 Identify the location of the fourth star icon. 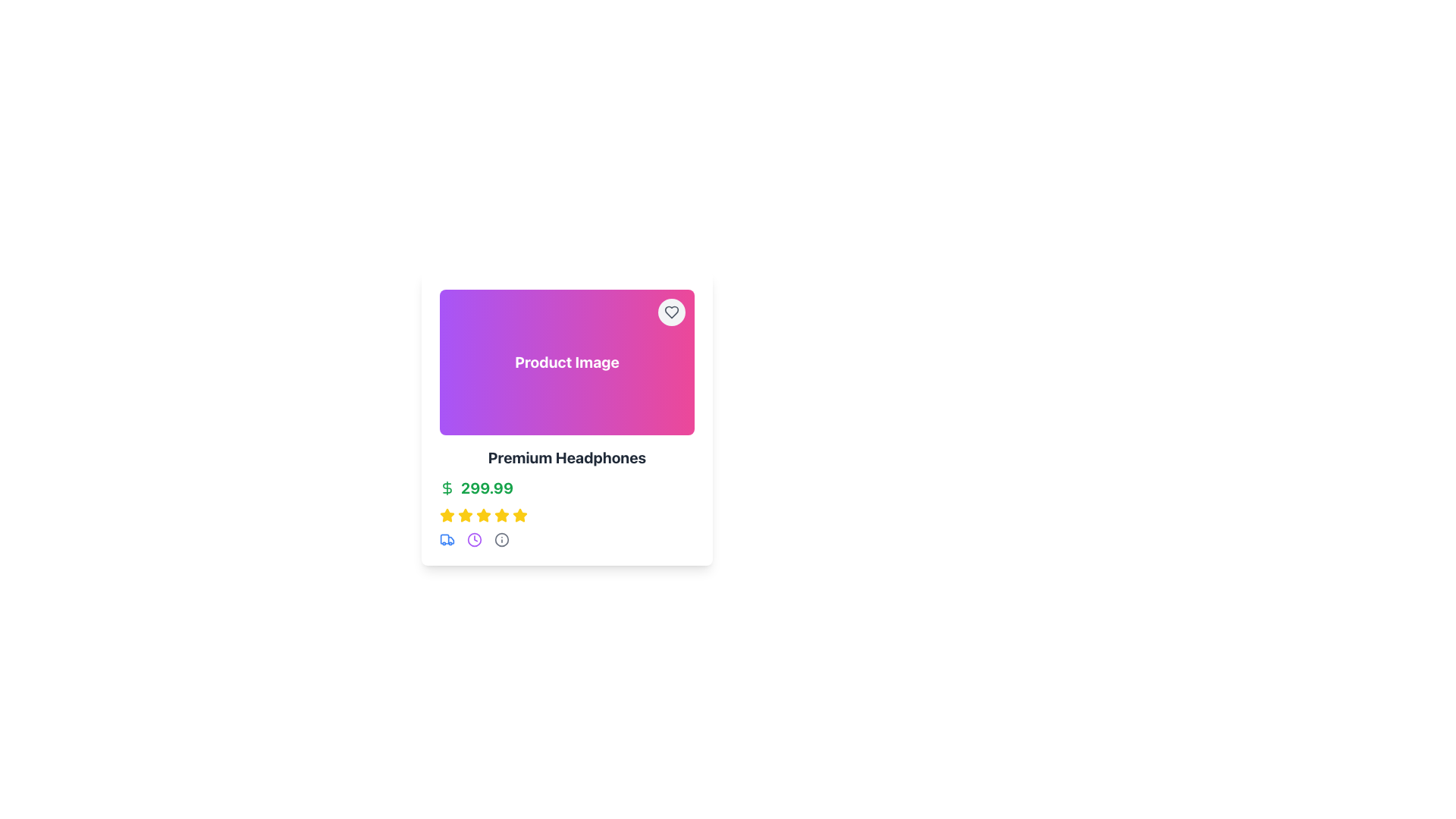
(483, 514).